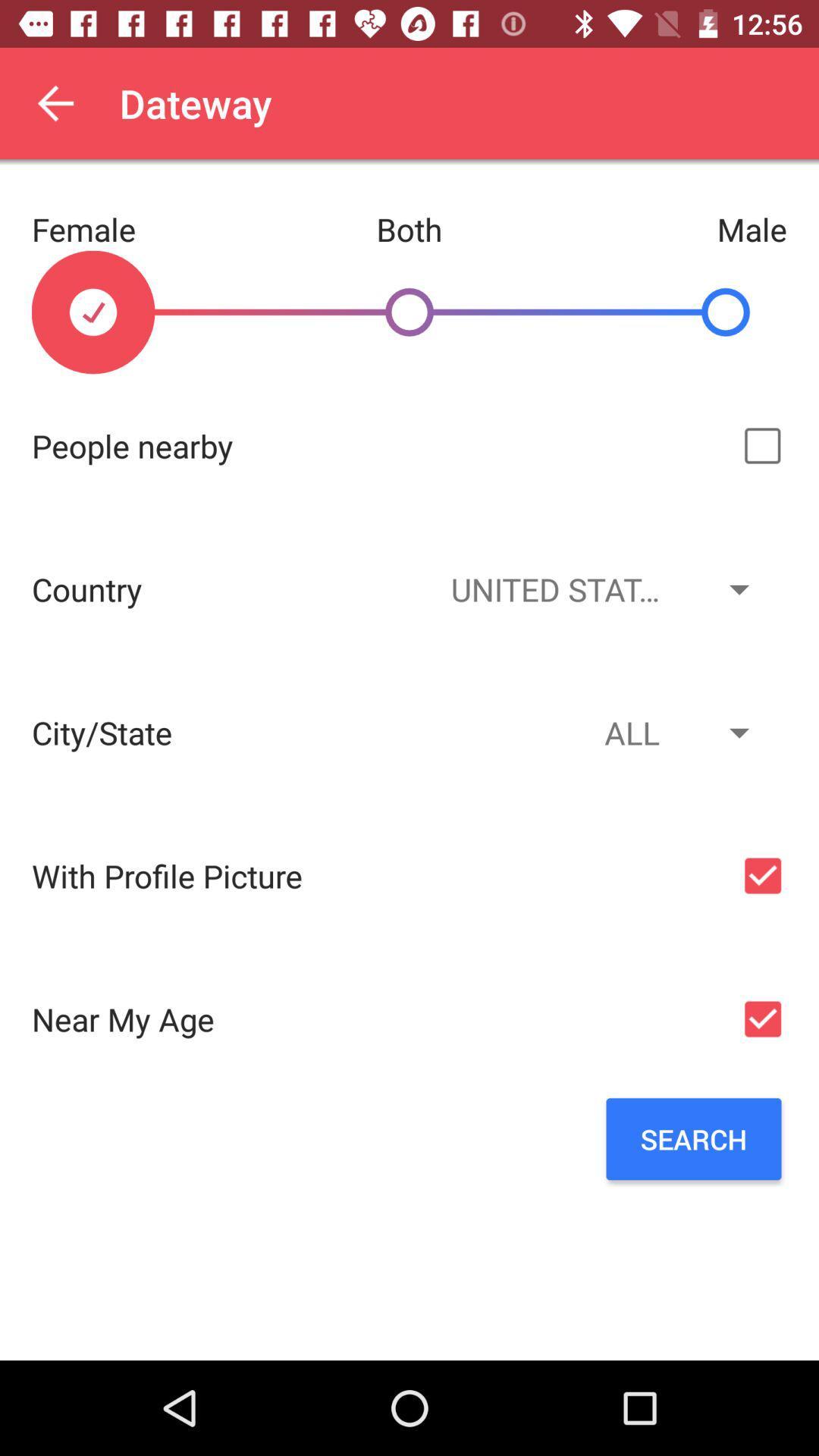 This screenshot has width=819, height=1456. Describe the element at coordinates (763, 444) in the screenshot. I see `the checkbox which is right to people nearby` at that location.